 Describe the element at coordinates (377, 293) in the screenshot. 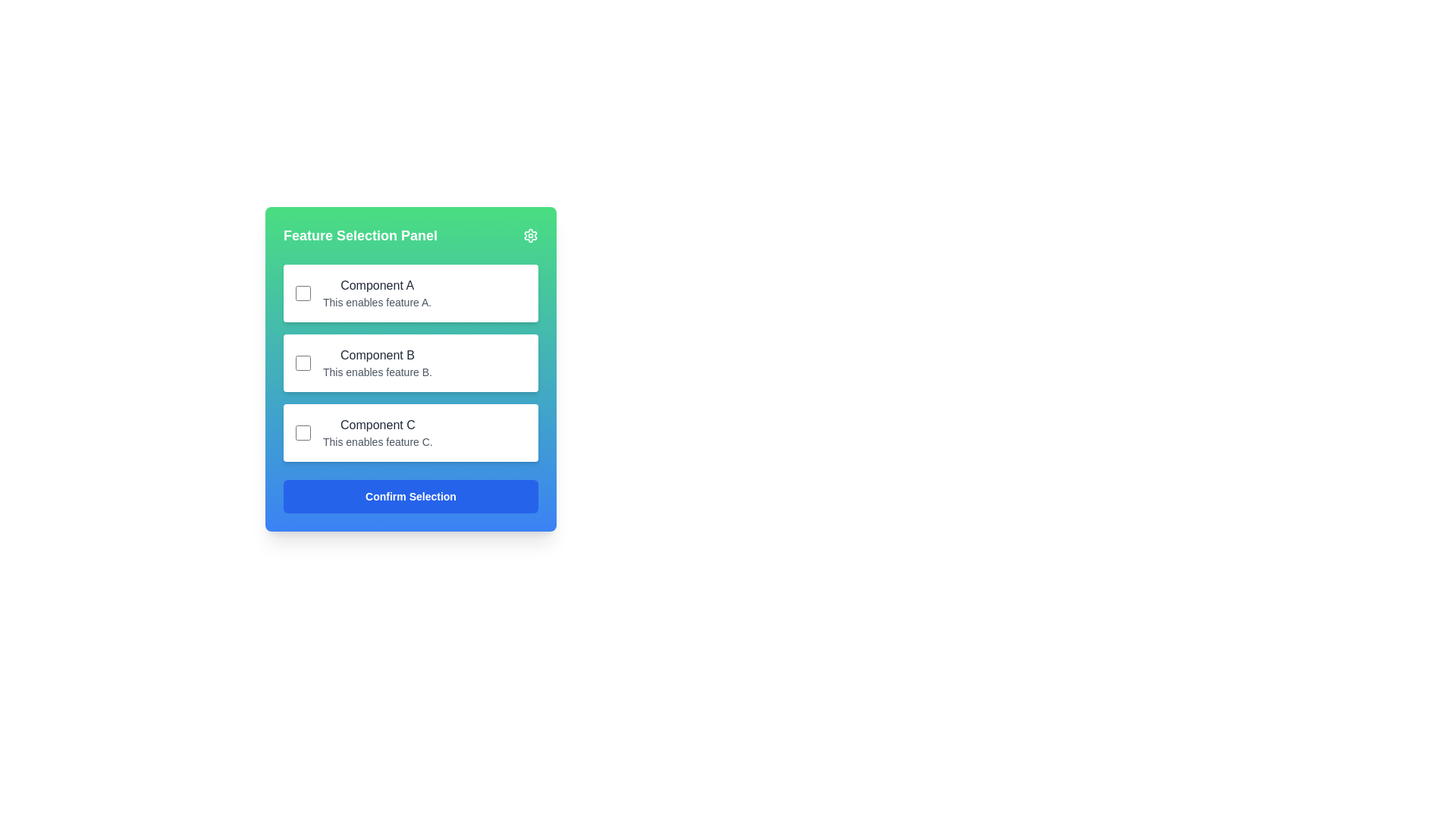

I see `the text label that describes the feature associated with the checkbox in the first feature block of the 'Feature Selection Panel'` at that location.